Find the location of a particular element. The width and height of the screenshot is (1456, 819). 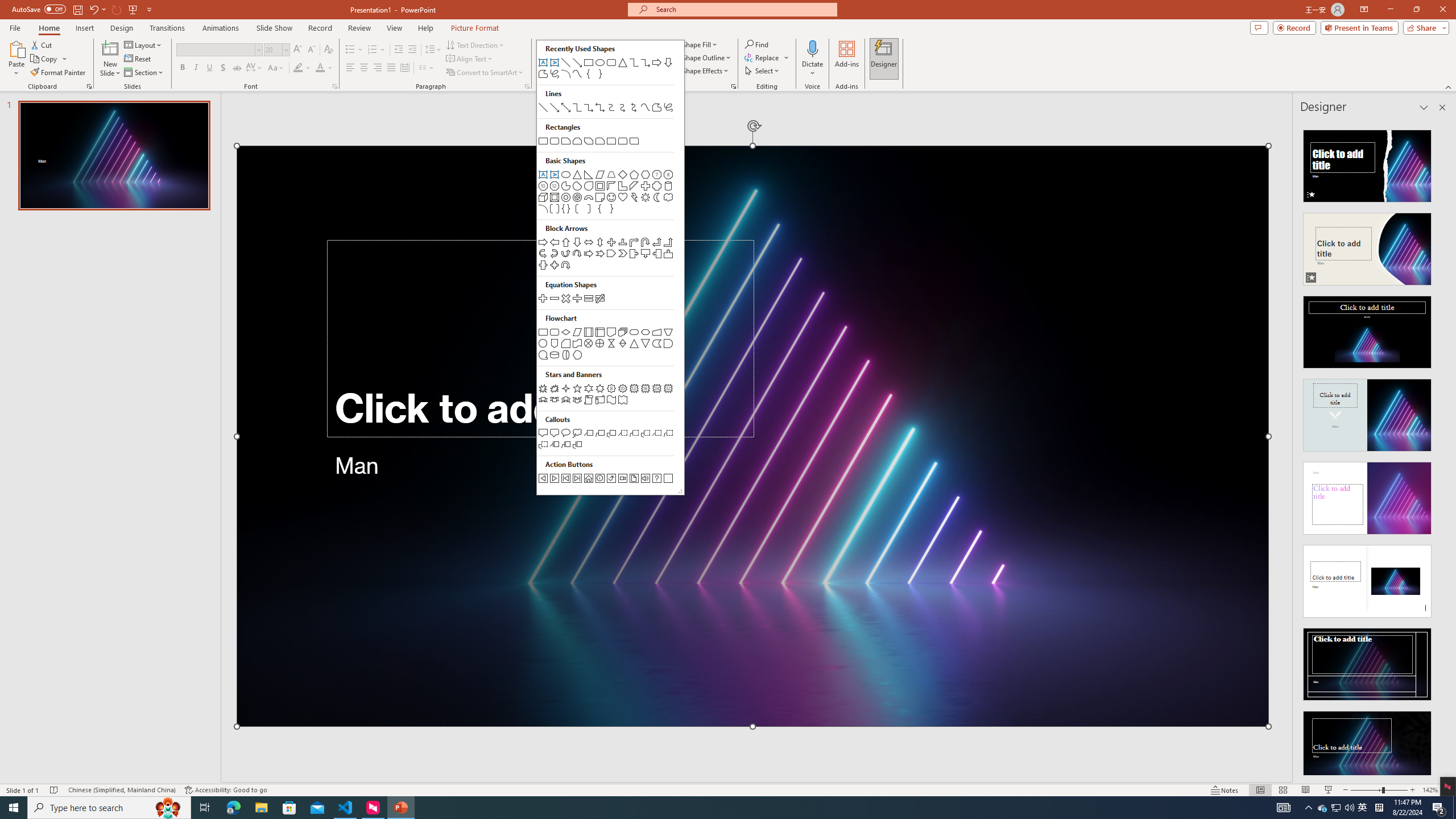

'Character Spacing' is located at coordinates (255, 67).